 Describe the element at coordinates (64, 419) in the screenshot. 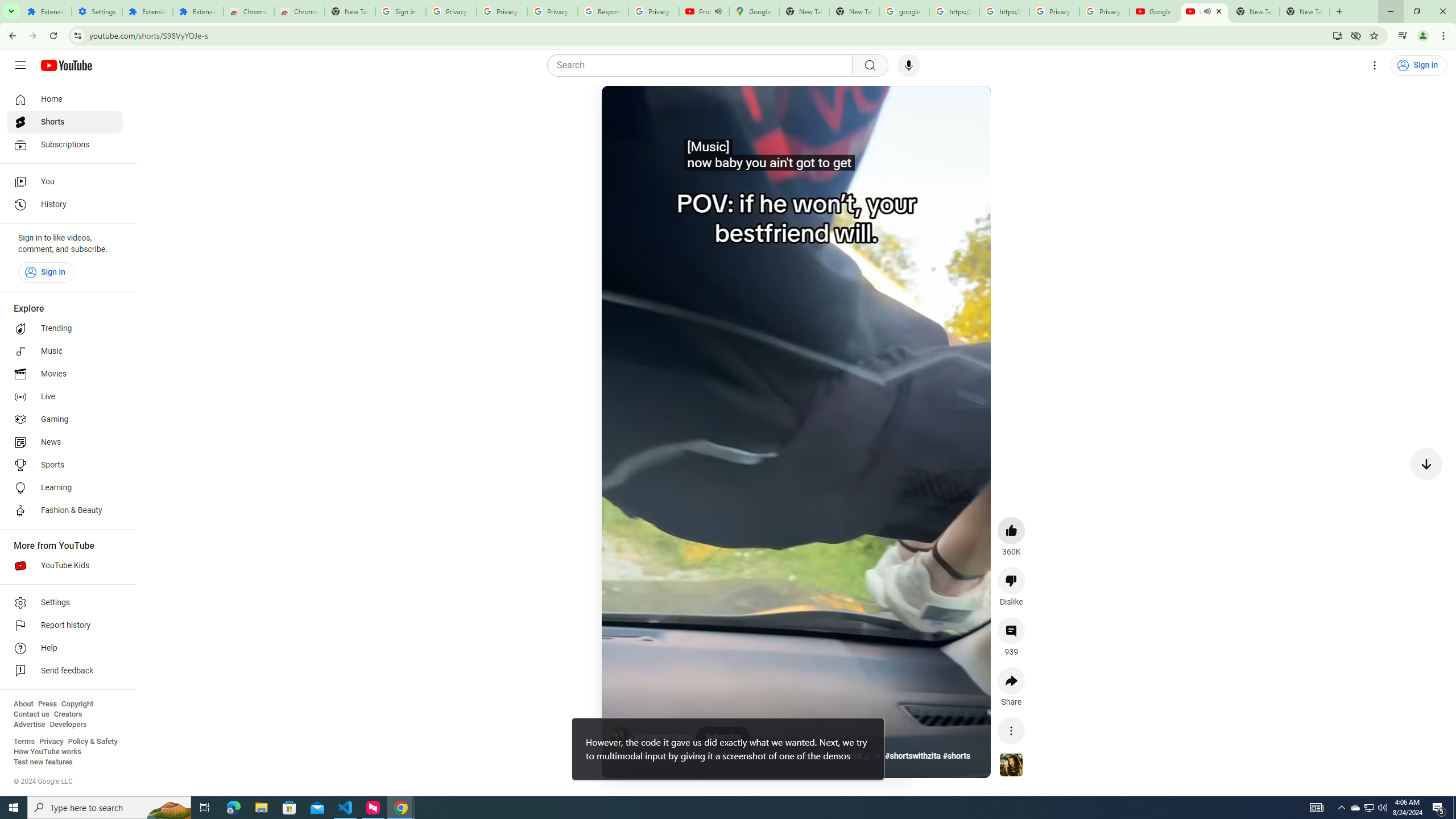

I see `'Gaming'` at that location.